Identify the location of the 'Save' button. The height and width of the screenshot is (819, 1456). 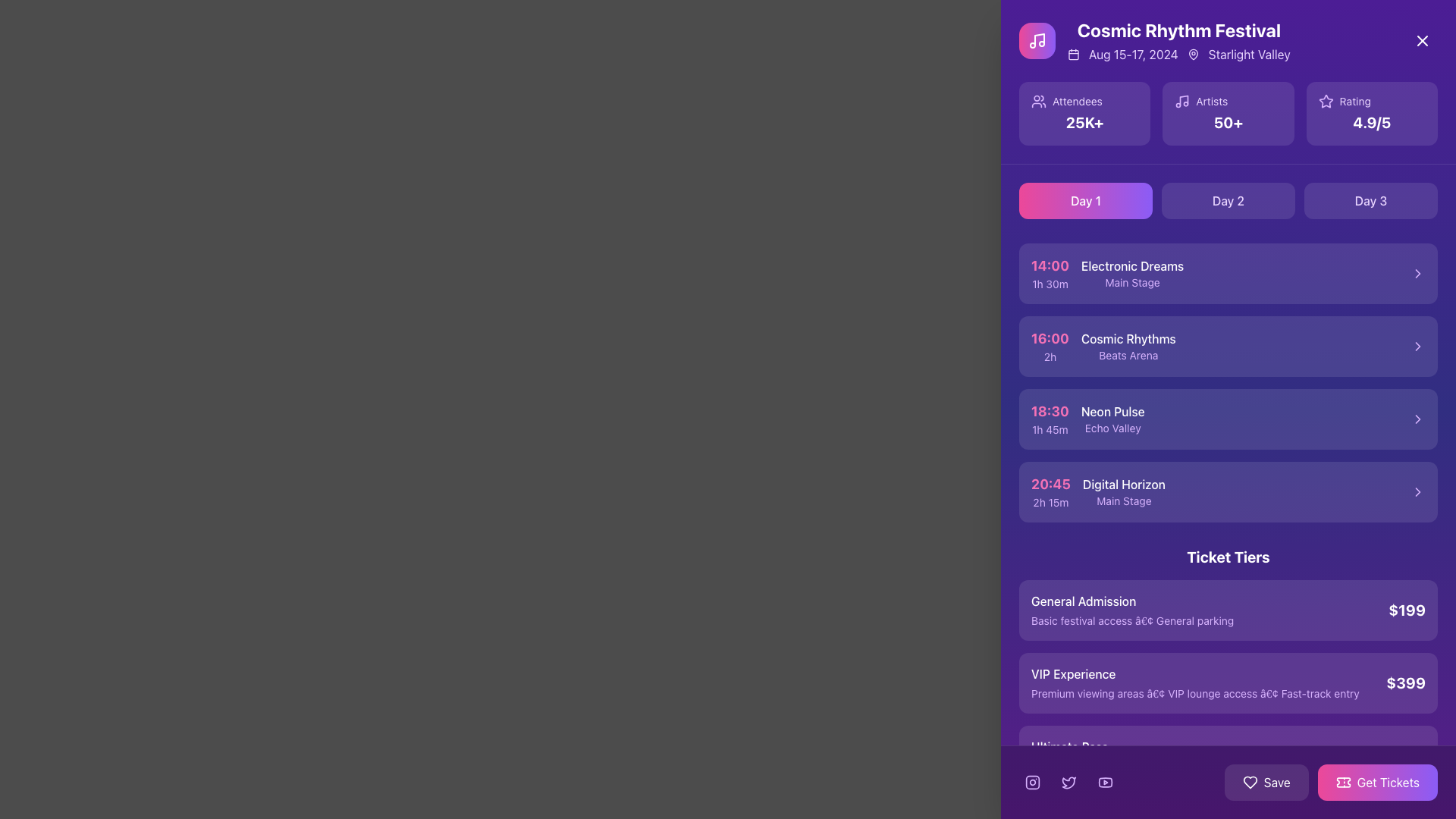
(1266, 783).